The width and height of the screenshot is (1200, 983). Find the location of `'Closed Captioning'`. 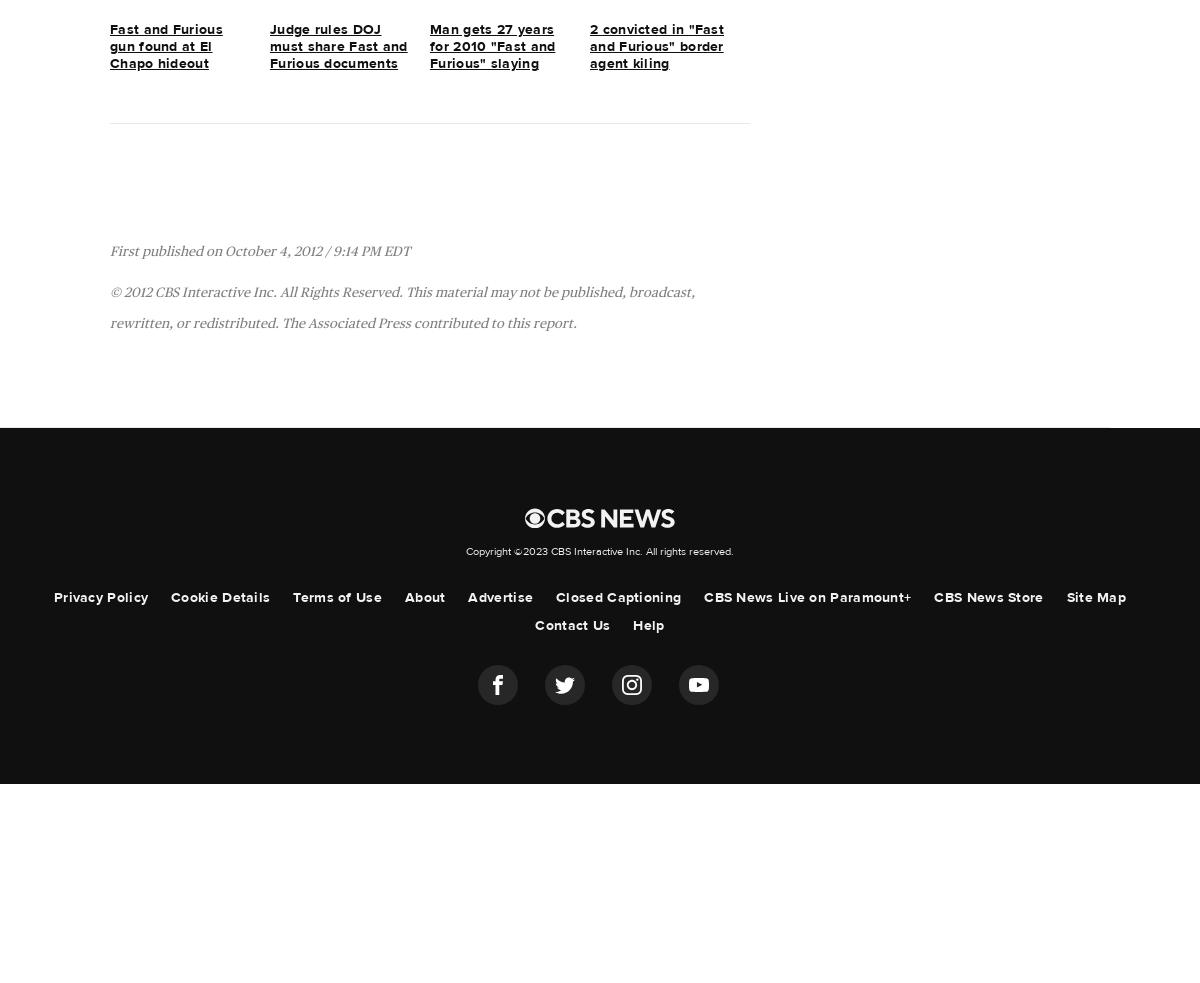

'Closed Captioning' is located at coordinates (618, 597).